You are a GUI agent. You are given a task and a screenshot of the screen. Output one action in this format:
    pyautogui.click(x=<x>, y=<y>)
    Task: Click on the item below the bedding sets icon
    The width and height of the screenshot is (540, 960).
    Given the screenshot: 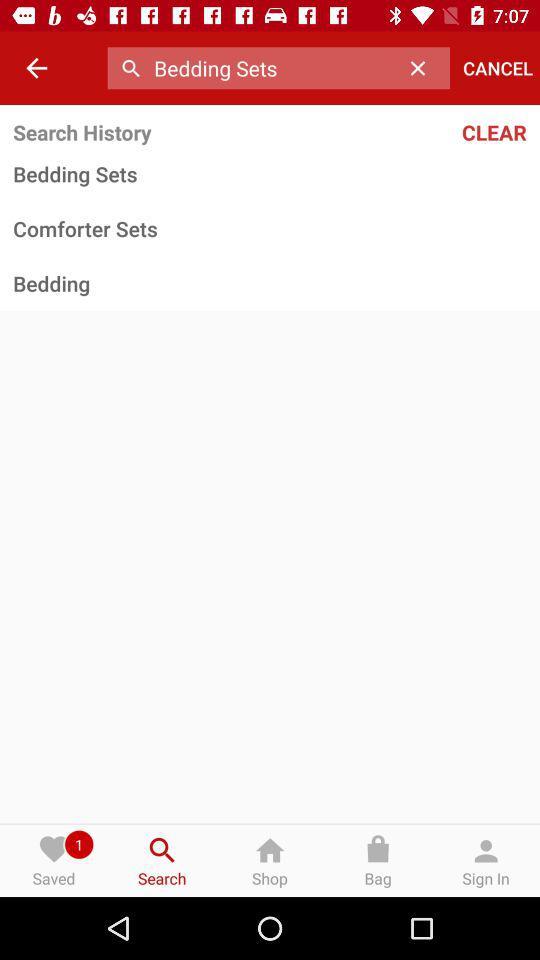 What is the action you would take?
    pyautogui.click(x=270, y=228)
    